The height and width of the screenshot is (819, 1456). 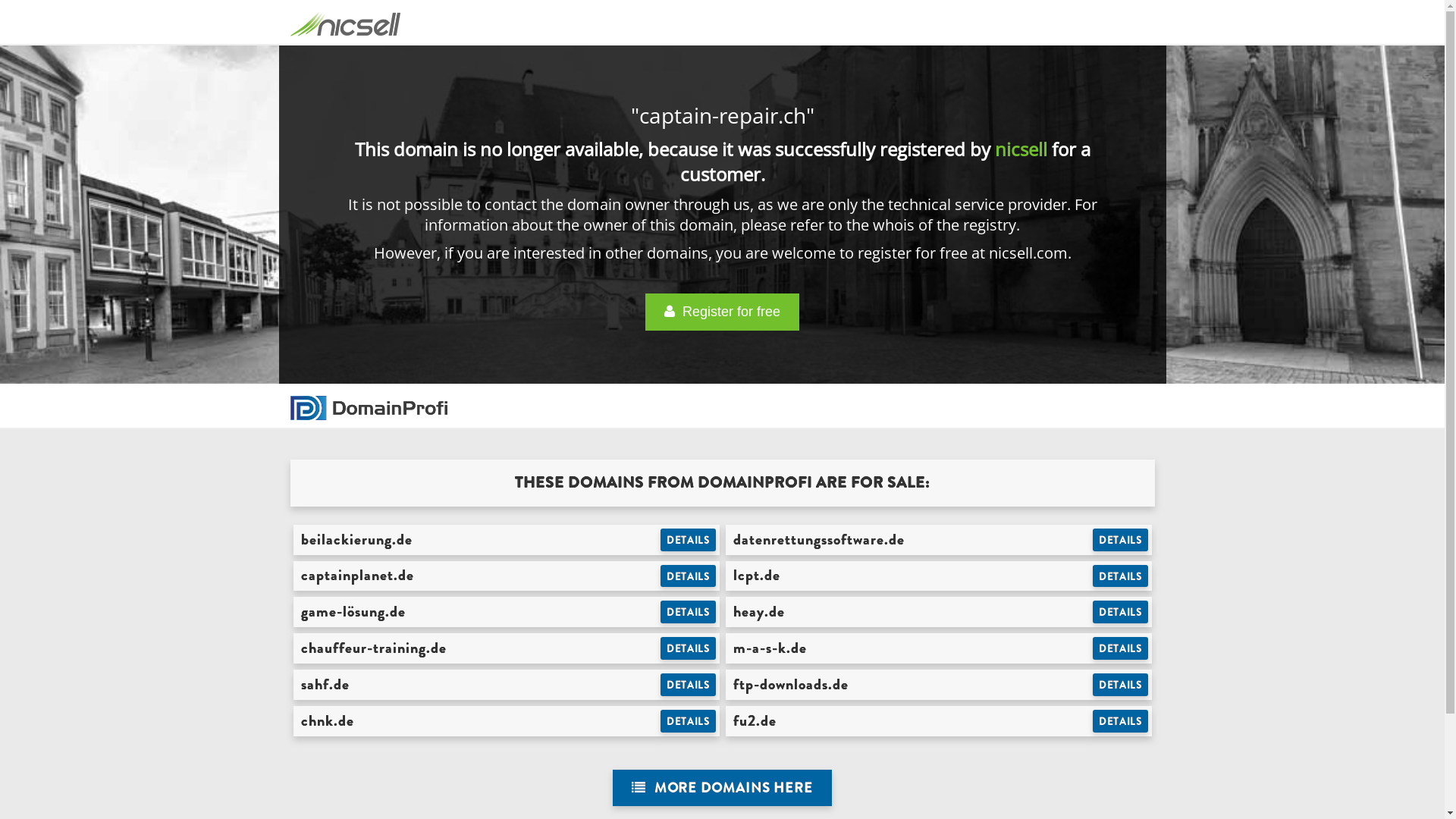 I want to click on 'DETAILS', so click(x=660, y=684).